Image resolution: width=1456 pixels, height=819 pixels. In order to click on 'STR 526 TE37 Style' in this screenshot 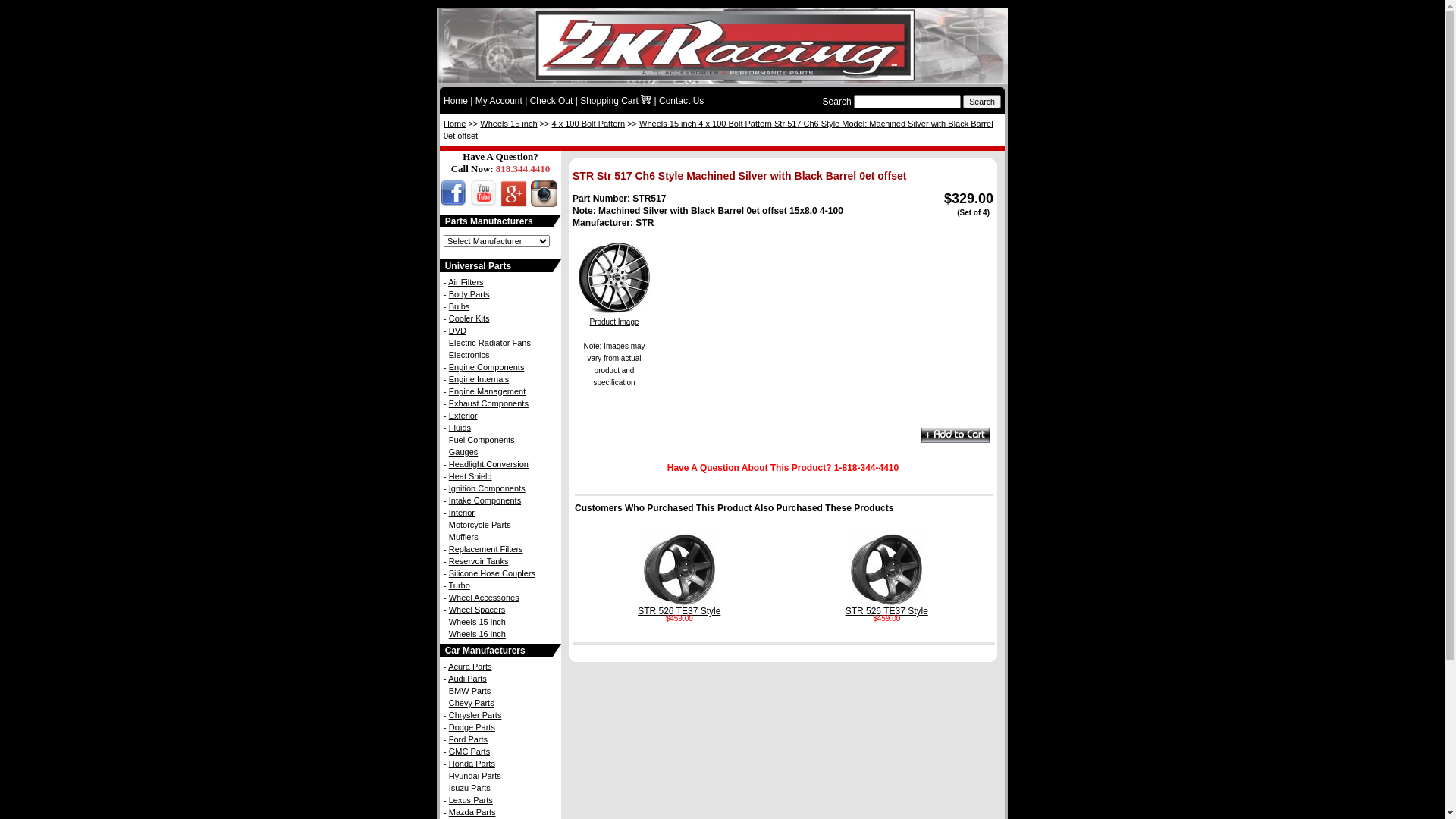, I will do `click(886, 607)`.